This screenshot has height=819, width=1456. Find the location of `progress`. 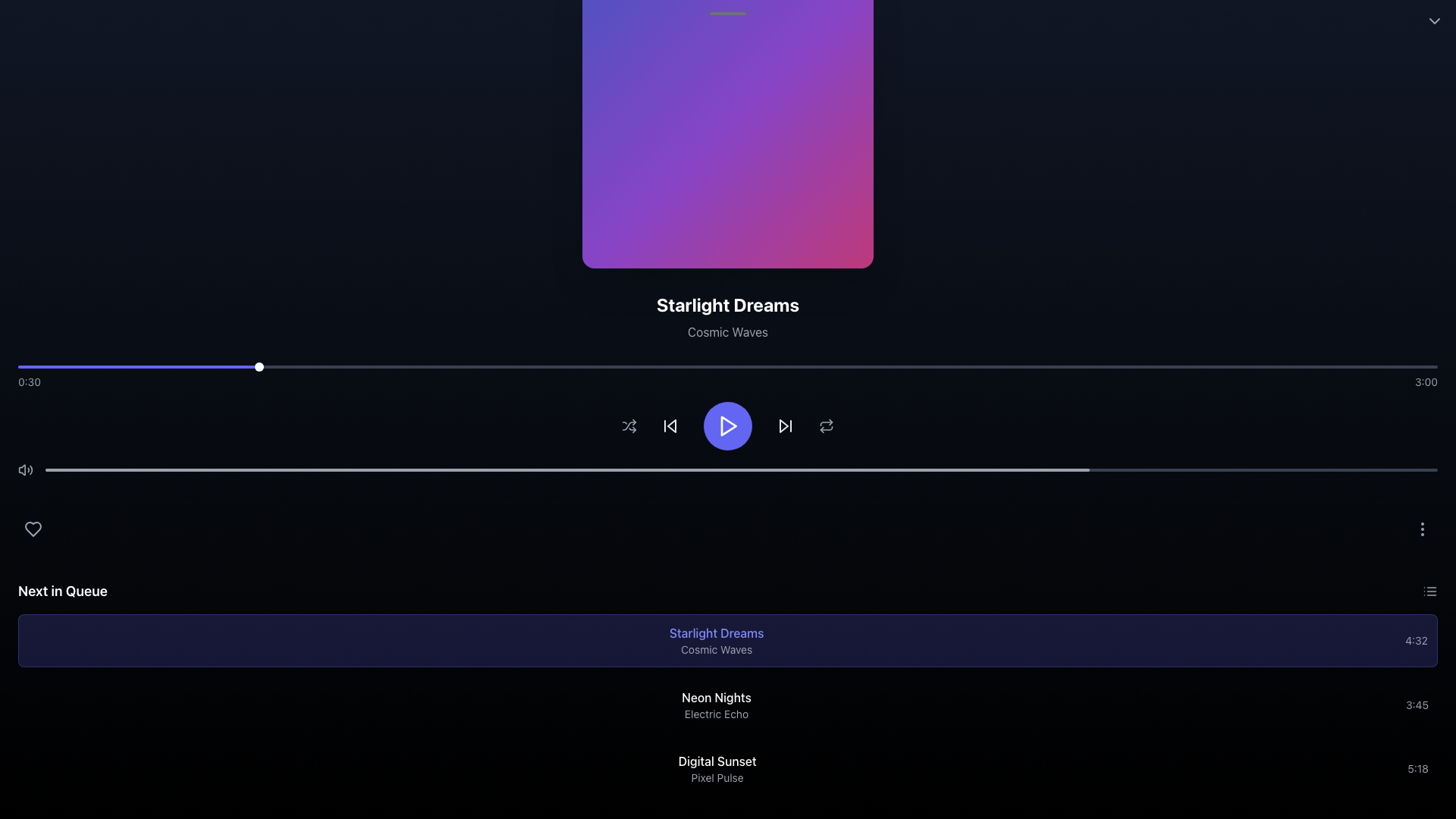

progress is located at coordinates (150, 366).